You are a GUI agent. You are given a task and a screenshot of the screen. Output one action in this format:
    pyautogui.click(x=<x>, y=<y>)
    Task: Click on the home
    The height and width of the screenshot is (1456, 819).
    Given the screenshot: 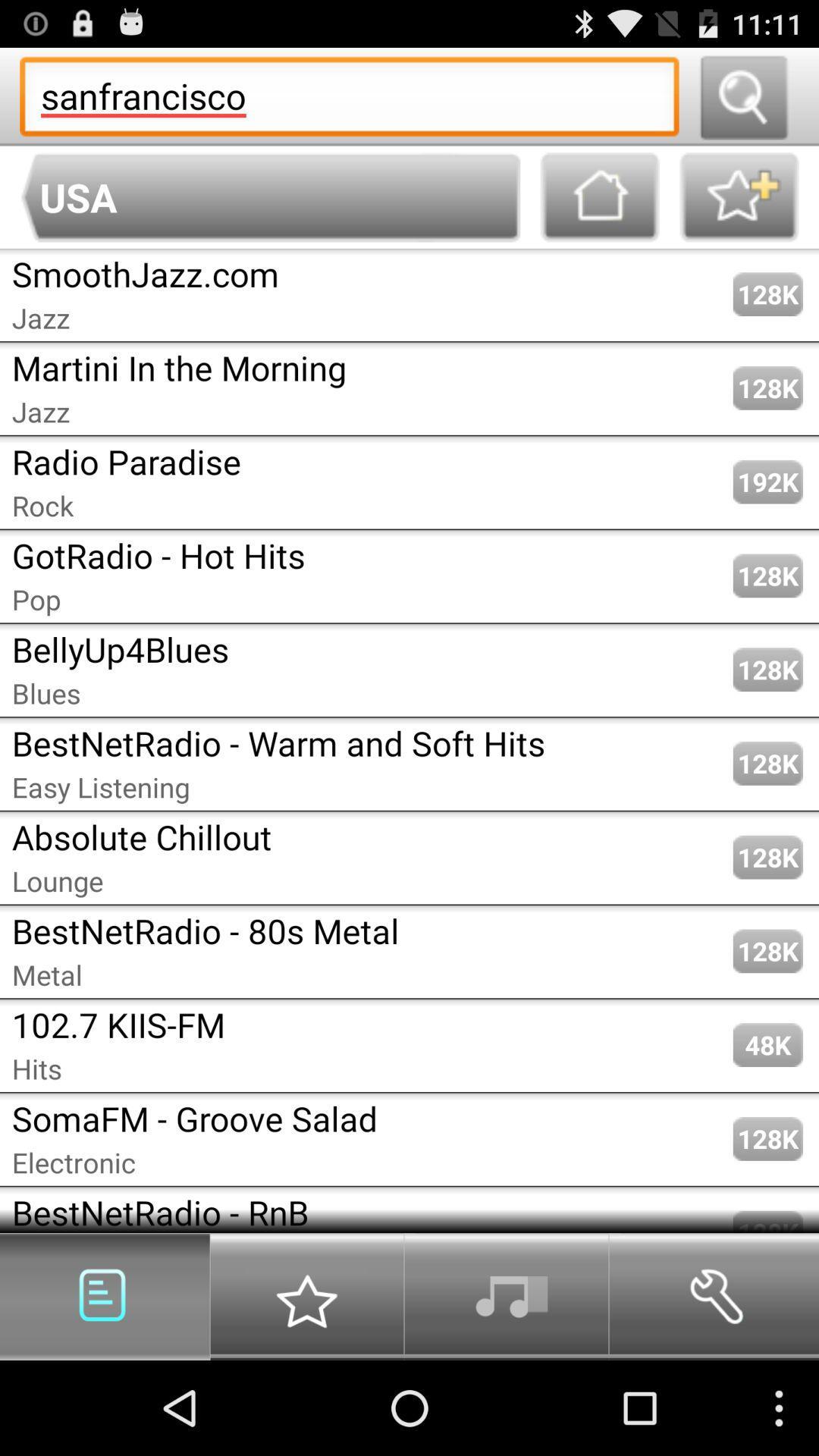 What is the action you would take?
    pyautogui.click(x=599, y=196)
    